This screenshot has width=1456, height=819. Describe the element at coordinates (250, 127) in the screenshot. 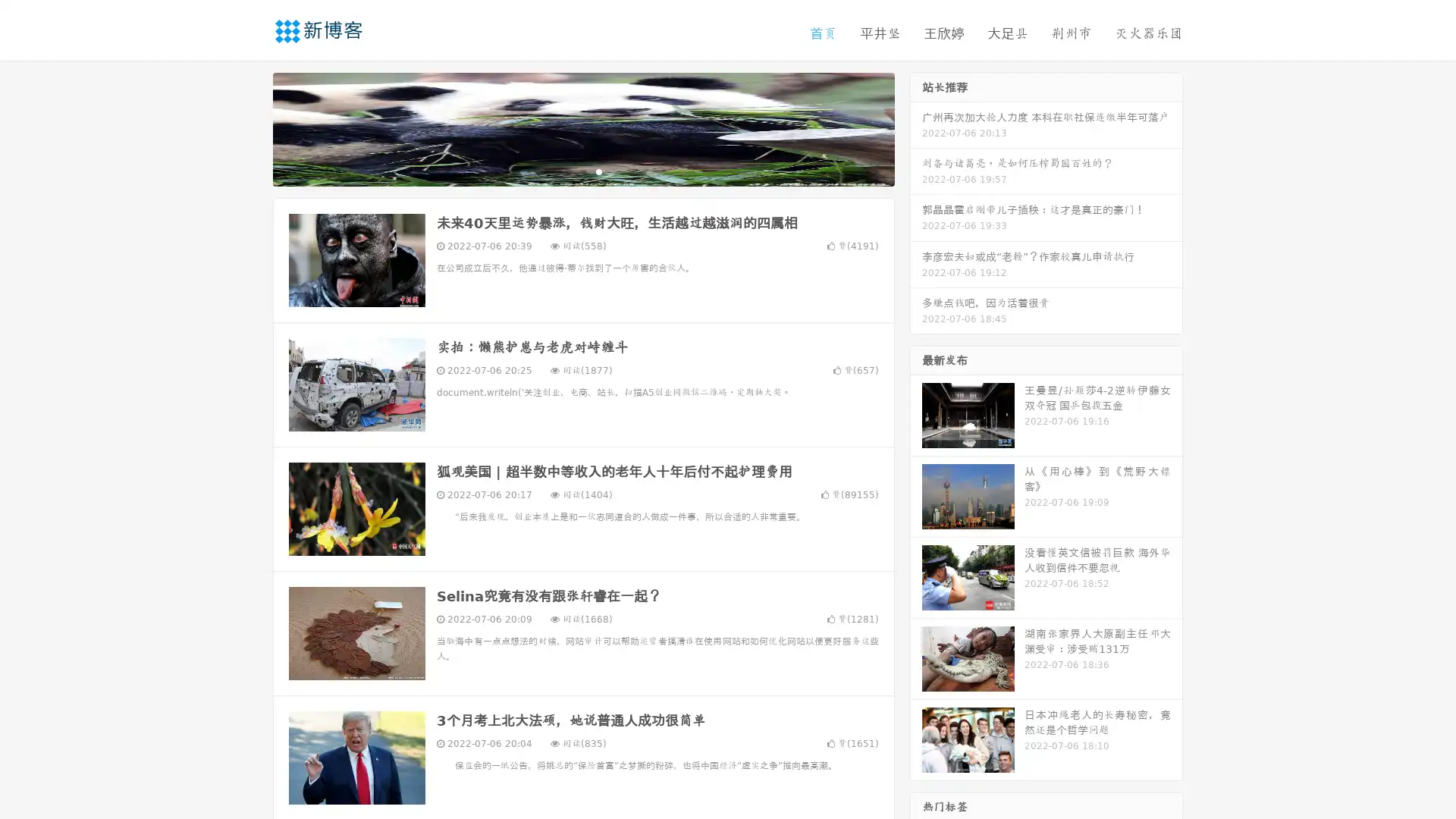

I see `Previous slide` at that location.